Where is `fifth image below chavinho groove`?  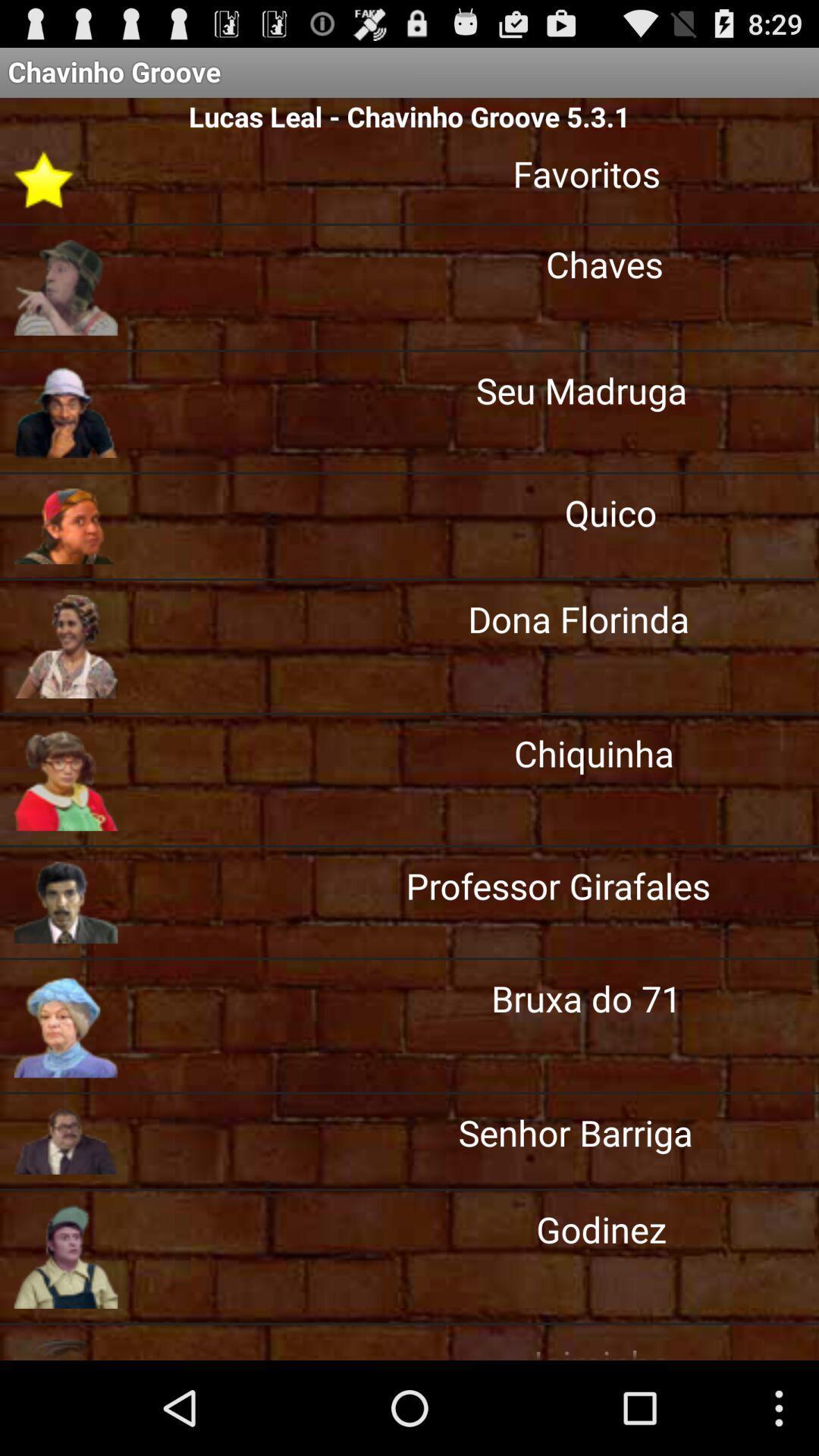 fifth image below chavinho groove is located at coordinates (65, 647).